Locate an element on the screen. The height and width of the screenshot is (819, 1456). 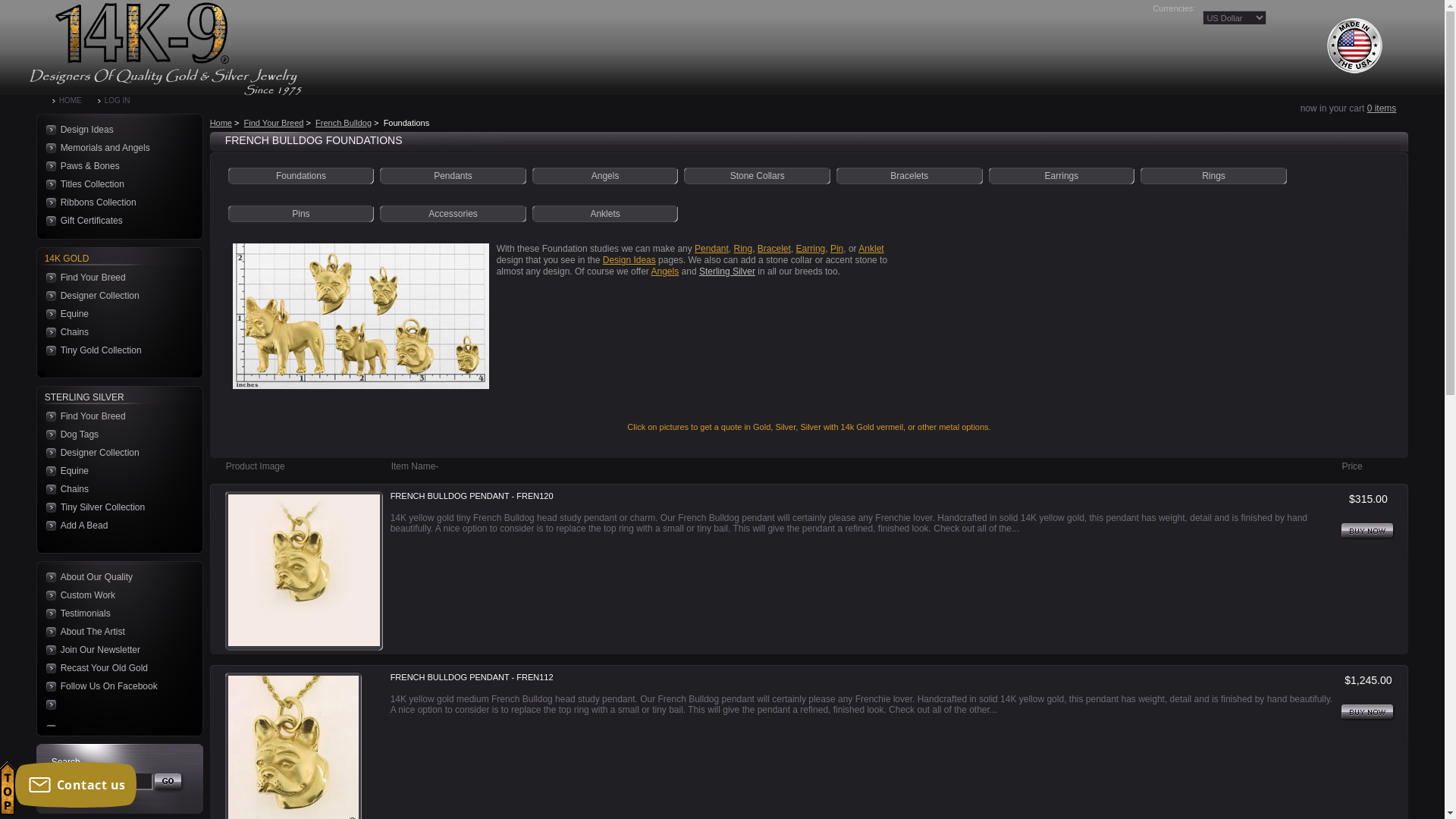
'Memorials and Angels' is located at coordinates (115, 148).